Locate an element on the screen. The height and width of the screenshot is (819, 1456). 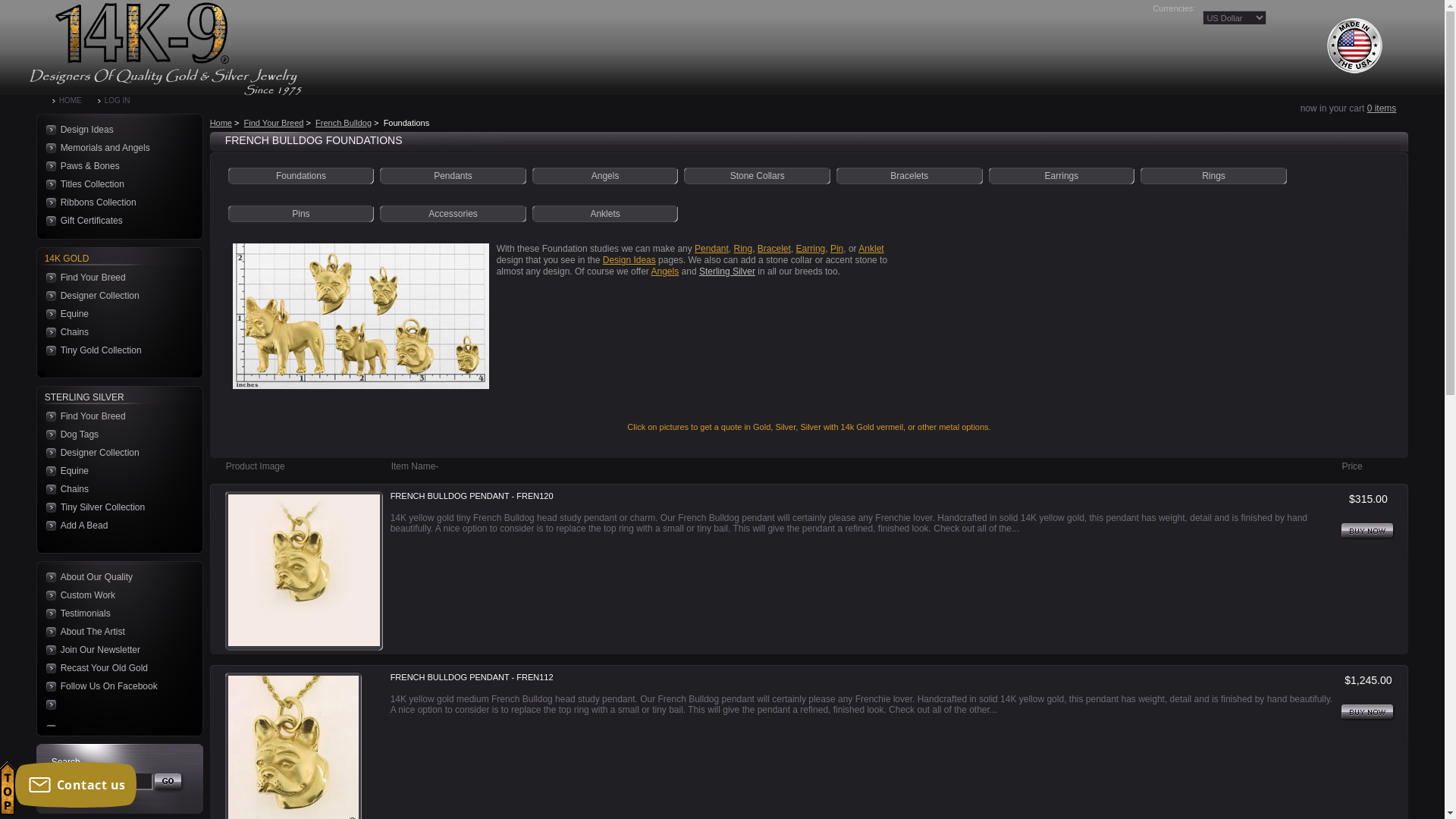
'Memorials and Angels' is located at coordinates (115, 148).